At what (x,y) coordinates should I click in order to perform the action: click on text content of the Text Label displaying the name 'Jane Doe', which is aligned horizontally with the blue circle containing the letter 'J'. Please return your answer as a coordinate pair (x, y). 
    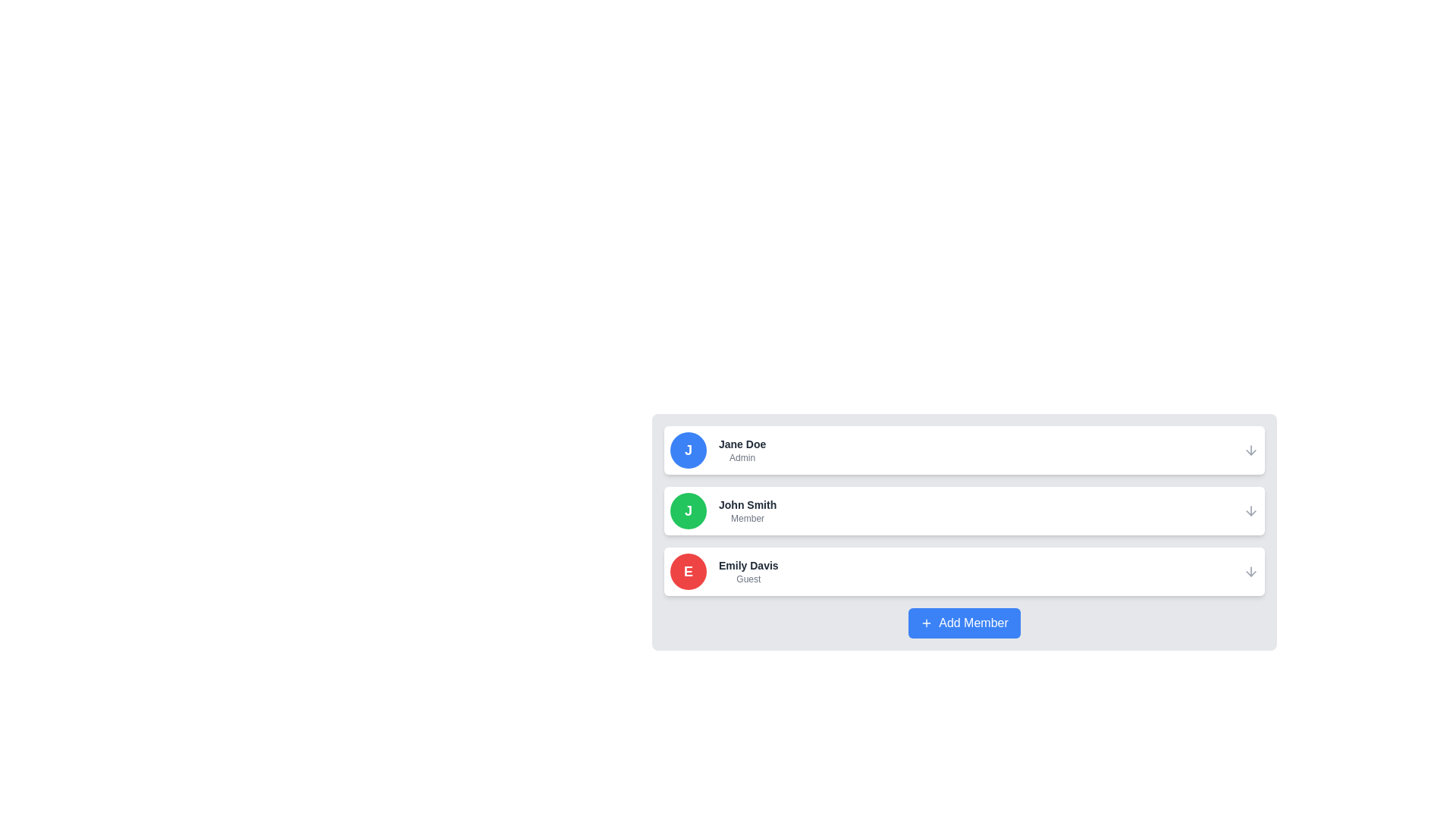
    Looking at the image, I should click on (742, 444).